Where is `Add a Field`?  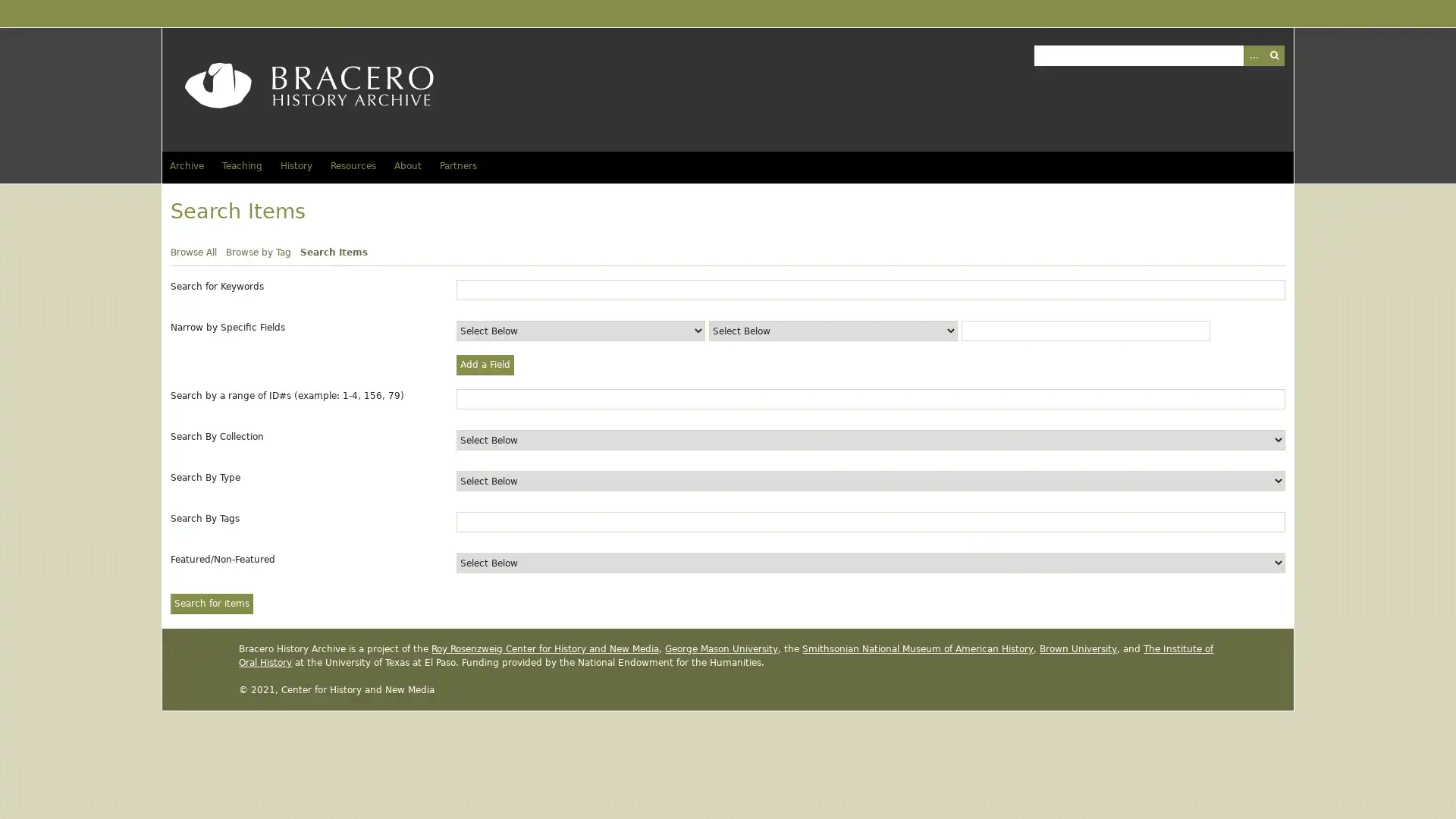 Add a Field is located at coordinates (484, 365).